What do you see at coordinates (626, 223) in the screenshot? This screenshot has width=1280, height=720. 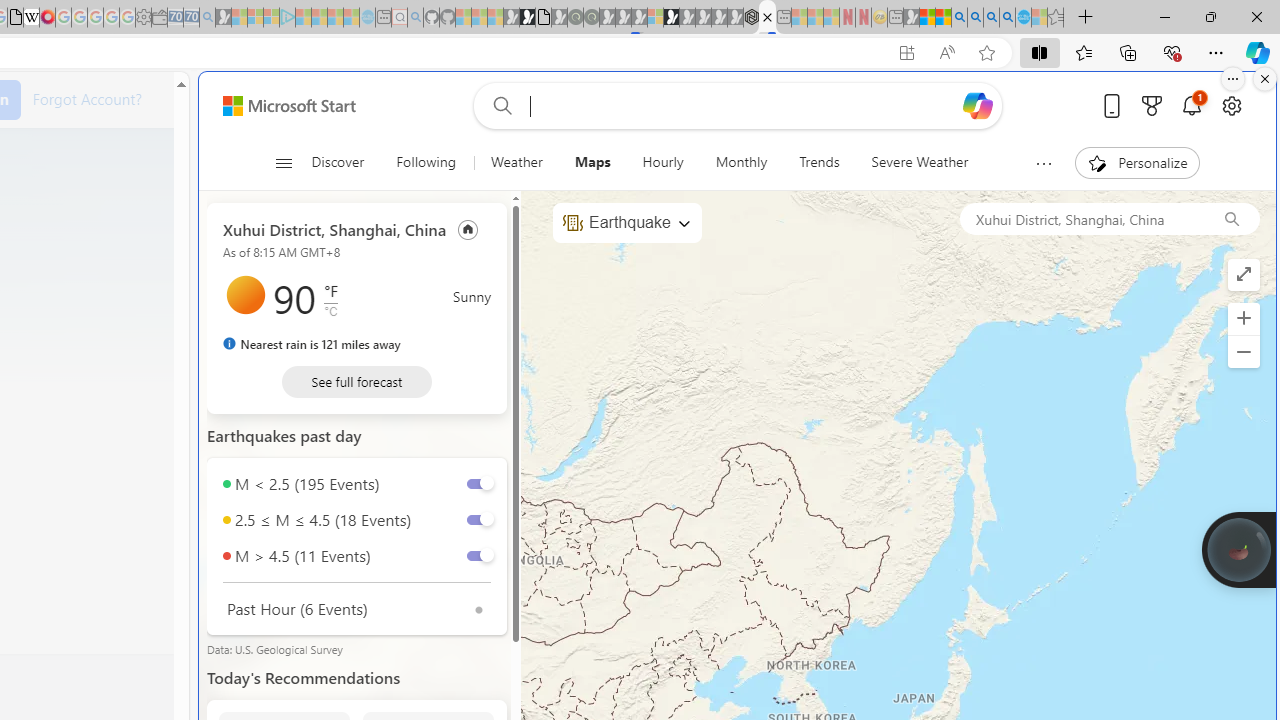 I see `'Earthquake'` at bounding box center [626, 223].